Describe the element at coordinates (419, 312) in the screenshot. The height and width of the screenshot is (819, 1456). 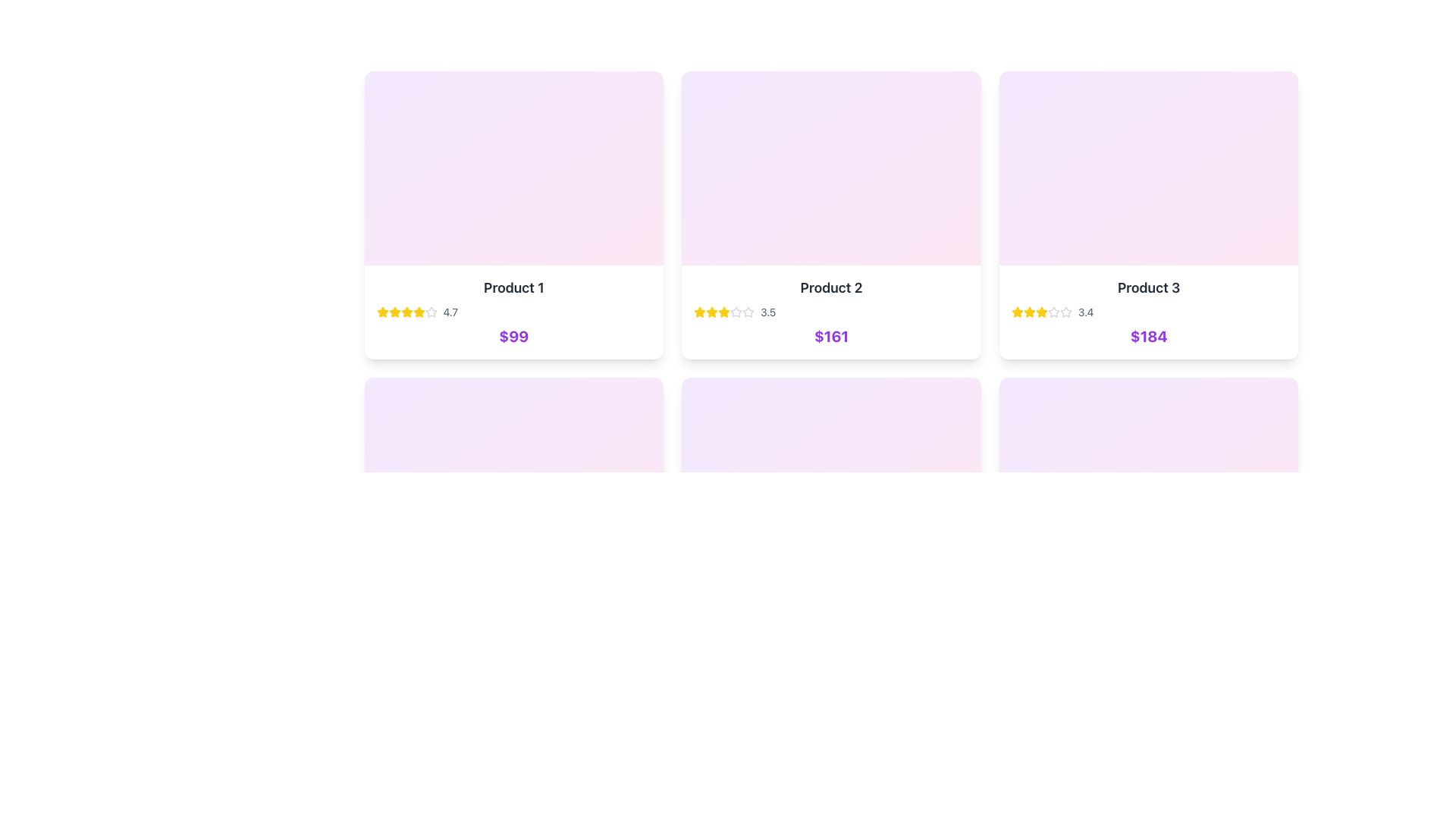
I see `the fifth yellow star-shaped icon in the rating section of 'Product 1'` at that location.